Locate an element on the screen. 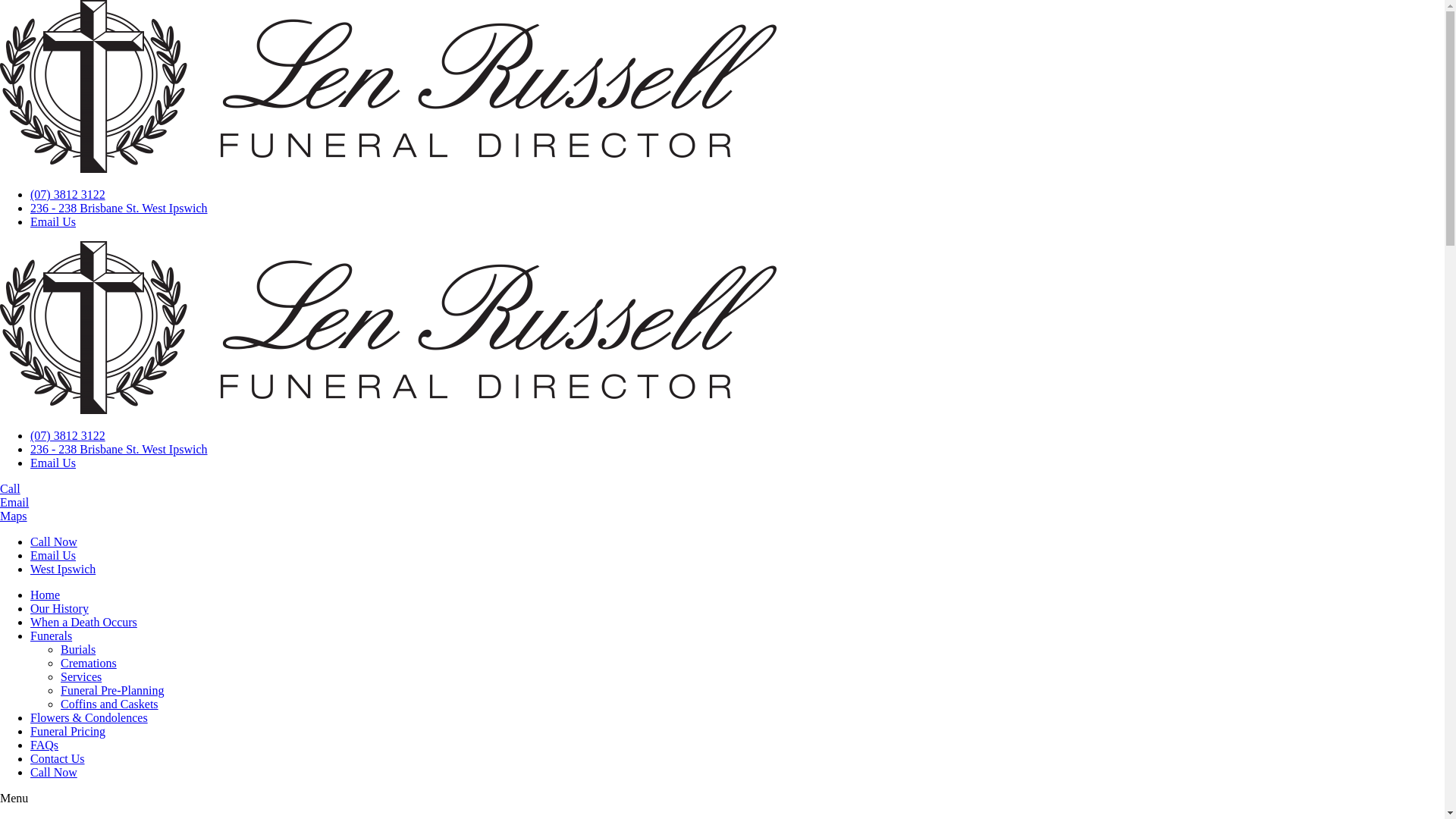  'Contact Us' is located at coordinates (58, 758).